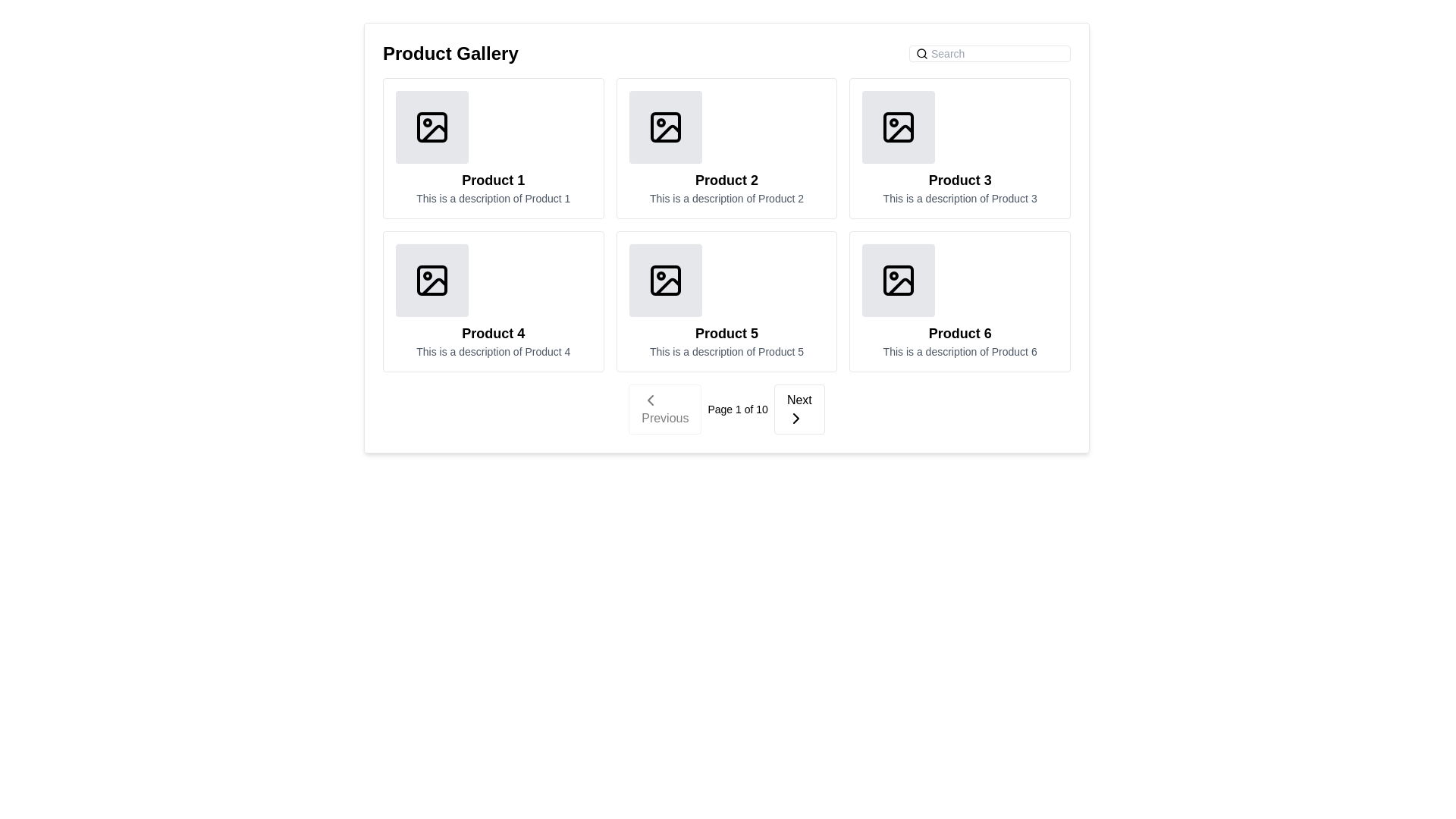  What do you see at coordinates (493, 180) in the screenshot?
I see `the text label that identifies the product as 'Product 1', located at the top-left corner of the first product card in the grid layout` at bounding box center [493, 180].